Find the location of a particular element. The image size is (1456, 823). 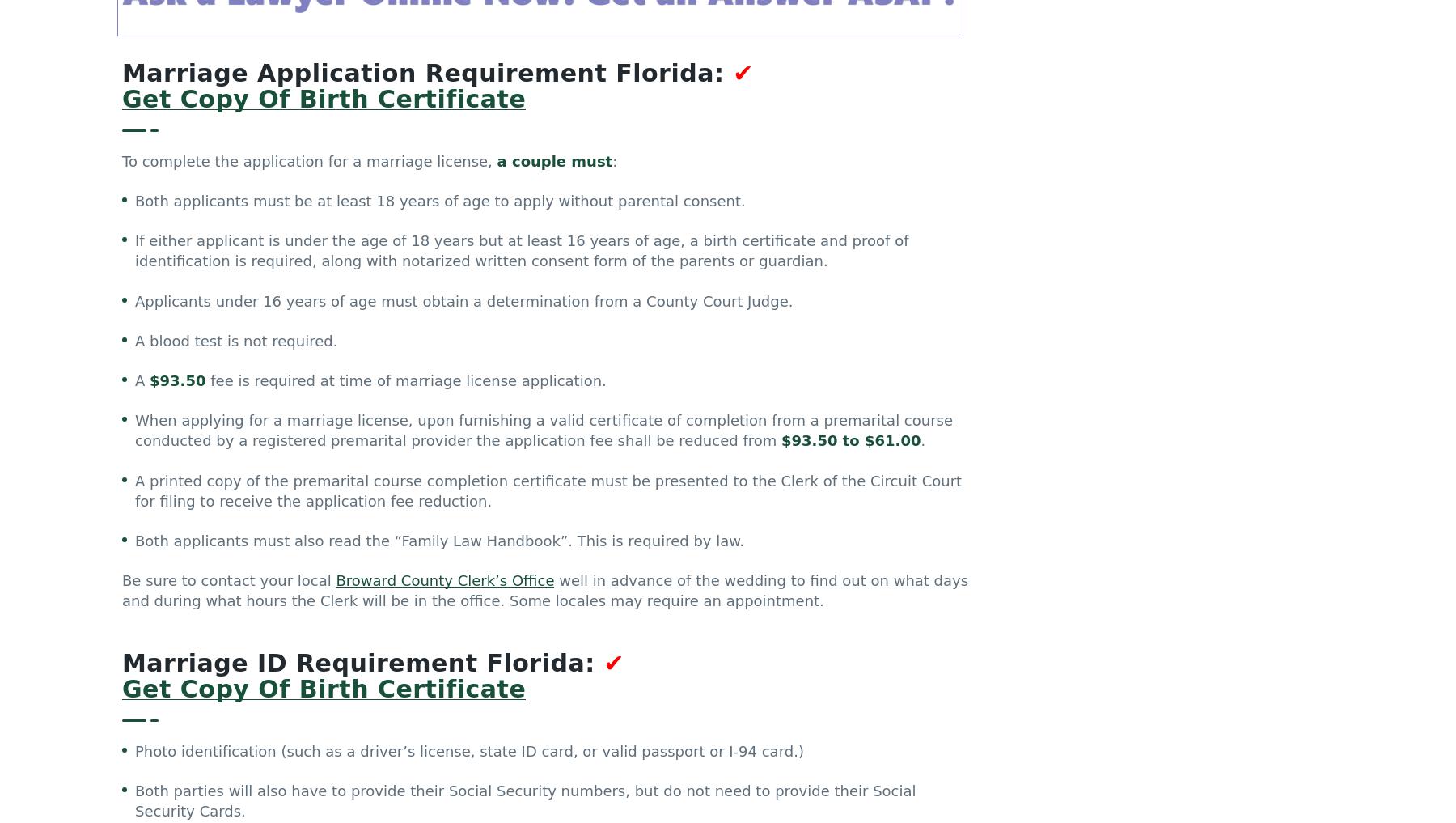

'well in advance of the wedding to find out on what days and during what hours the Clerk will be in the office. Some locales may require an appointment.' is located at coordinates (544, 592).